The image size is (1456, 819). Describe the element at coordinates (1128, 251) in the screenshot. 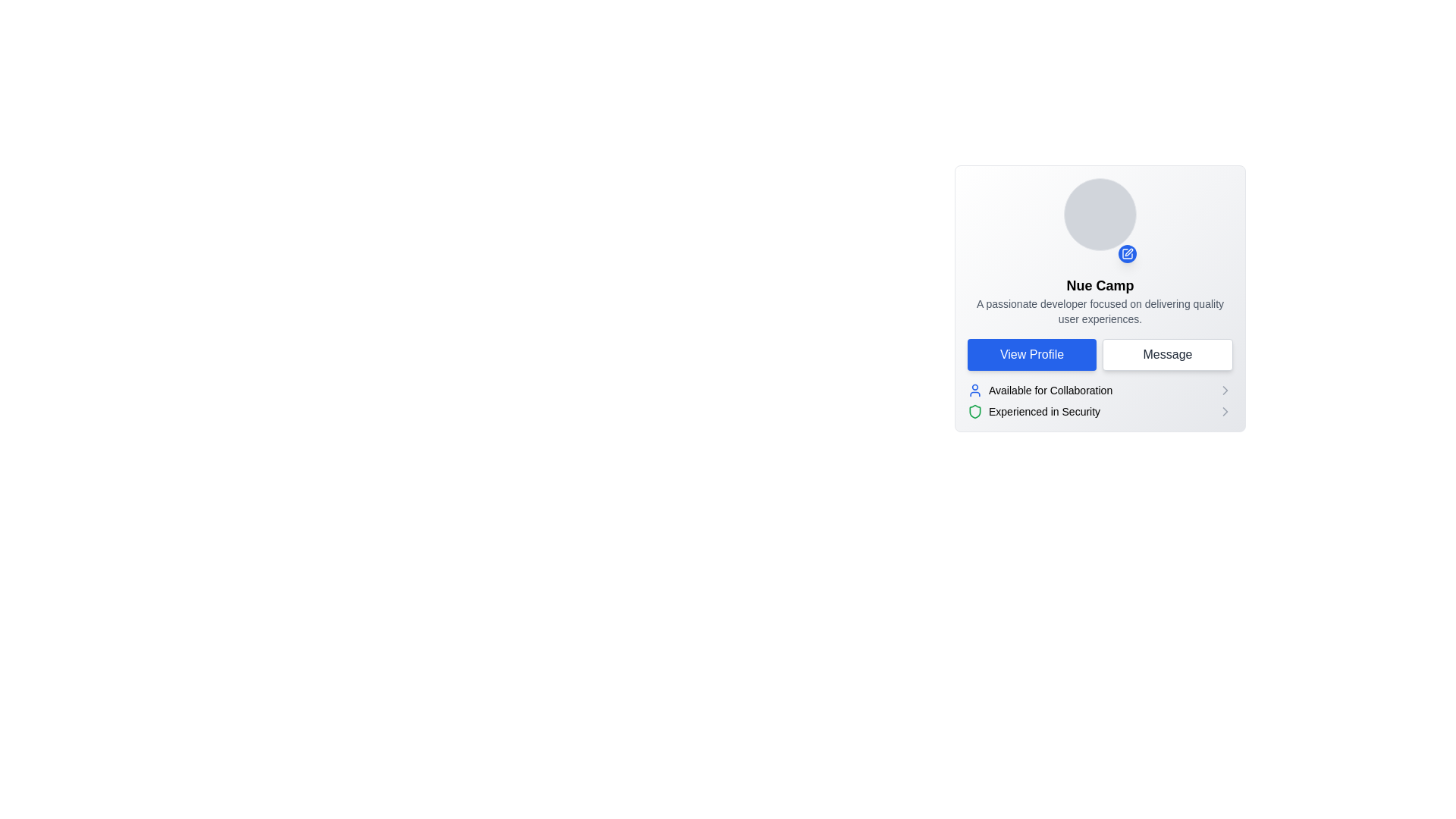

I see `the edit icon located in the top-right corner of the circular profile image within the profile card` at that location.